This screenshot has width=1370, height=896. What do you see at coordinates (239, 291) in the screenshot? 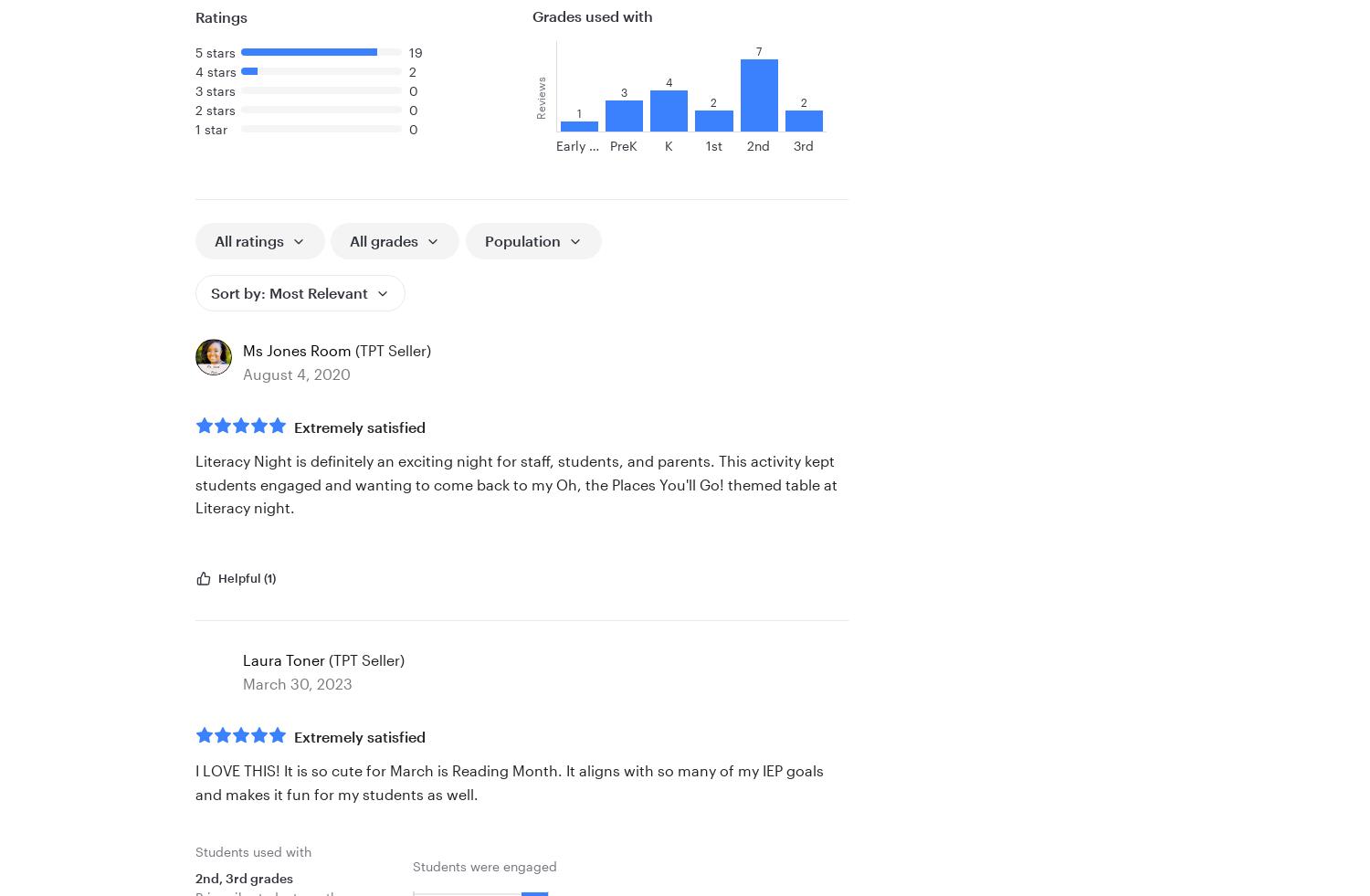
I see `'Sort by:'` at bounding box center [239, 291].